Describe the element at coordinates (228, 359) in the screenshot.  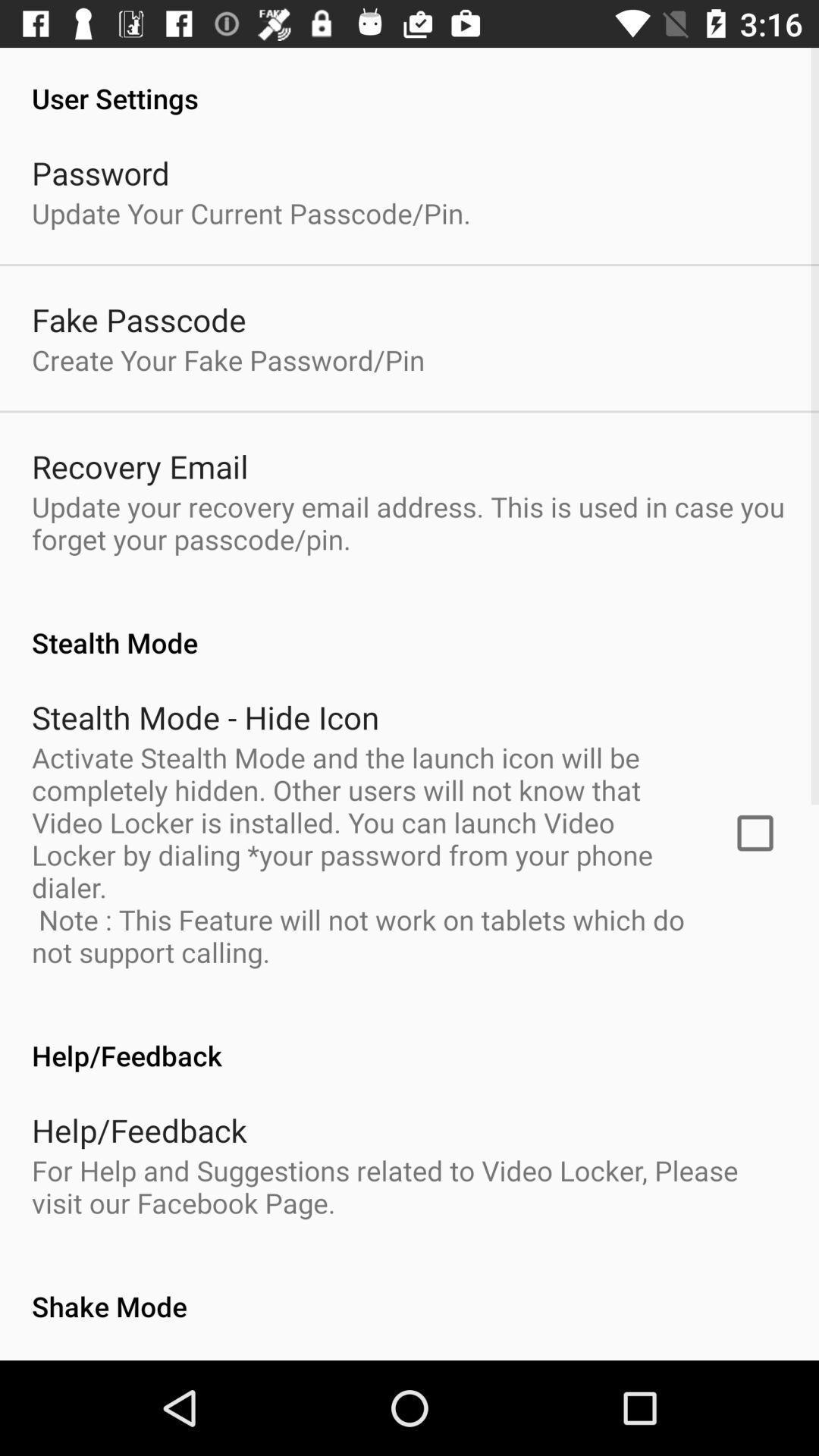
I see `app below the fake passcode app` at that location.